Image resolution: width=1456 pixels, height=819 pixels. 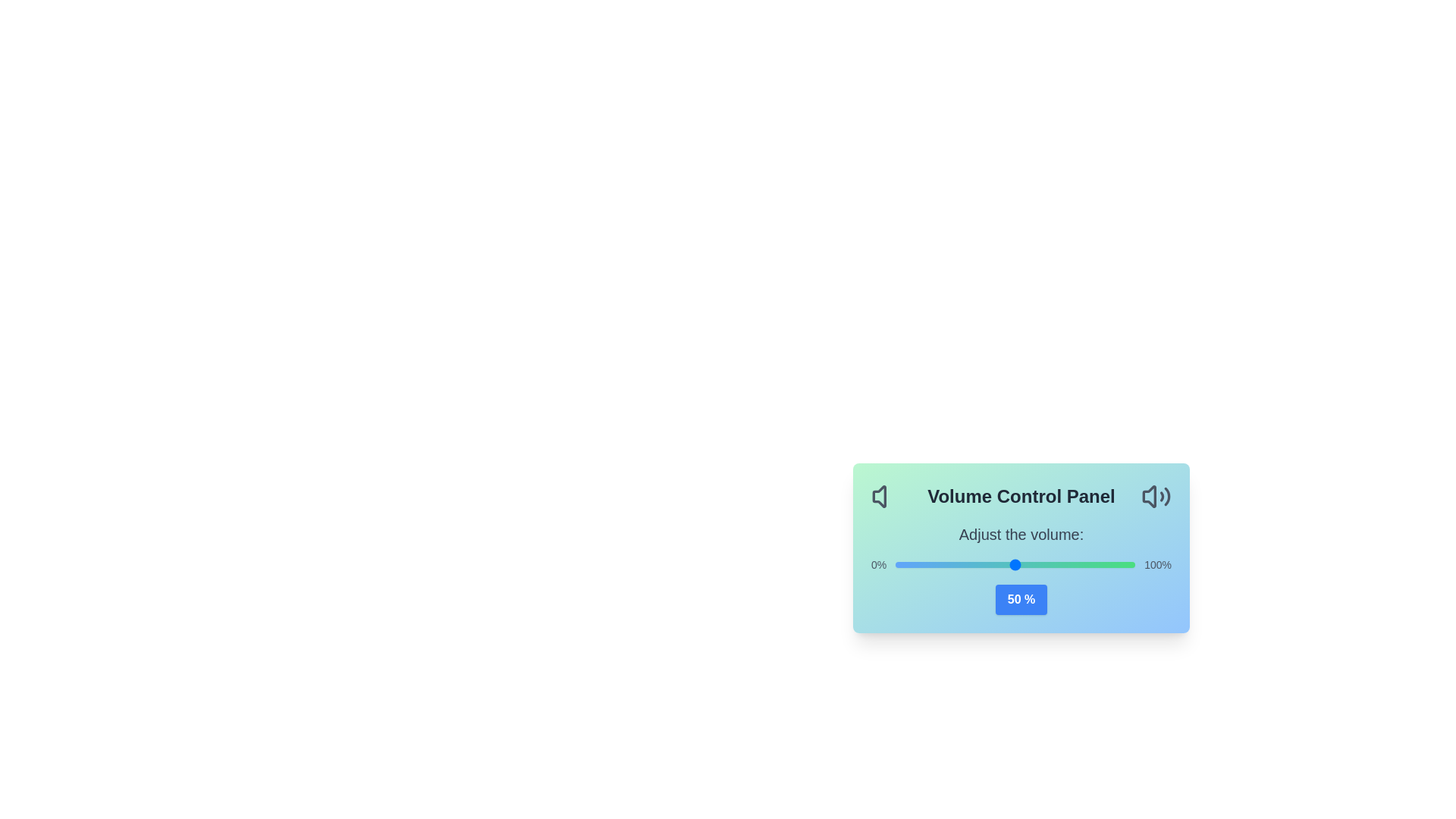 I want to click on the volume slider to 72%, so click(x=1067, y=564).